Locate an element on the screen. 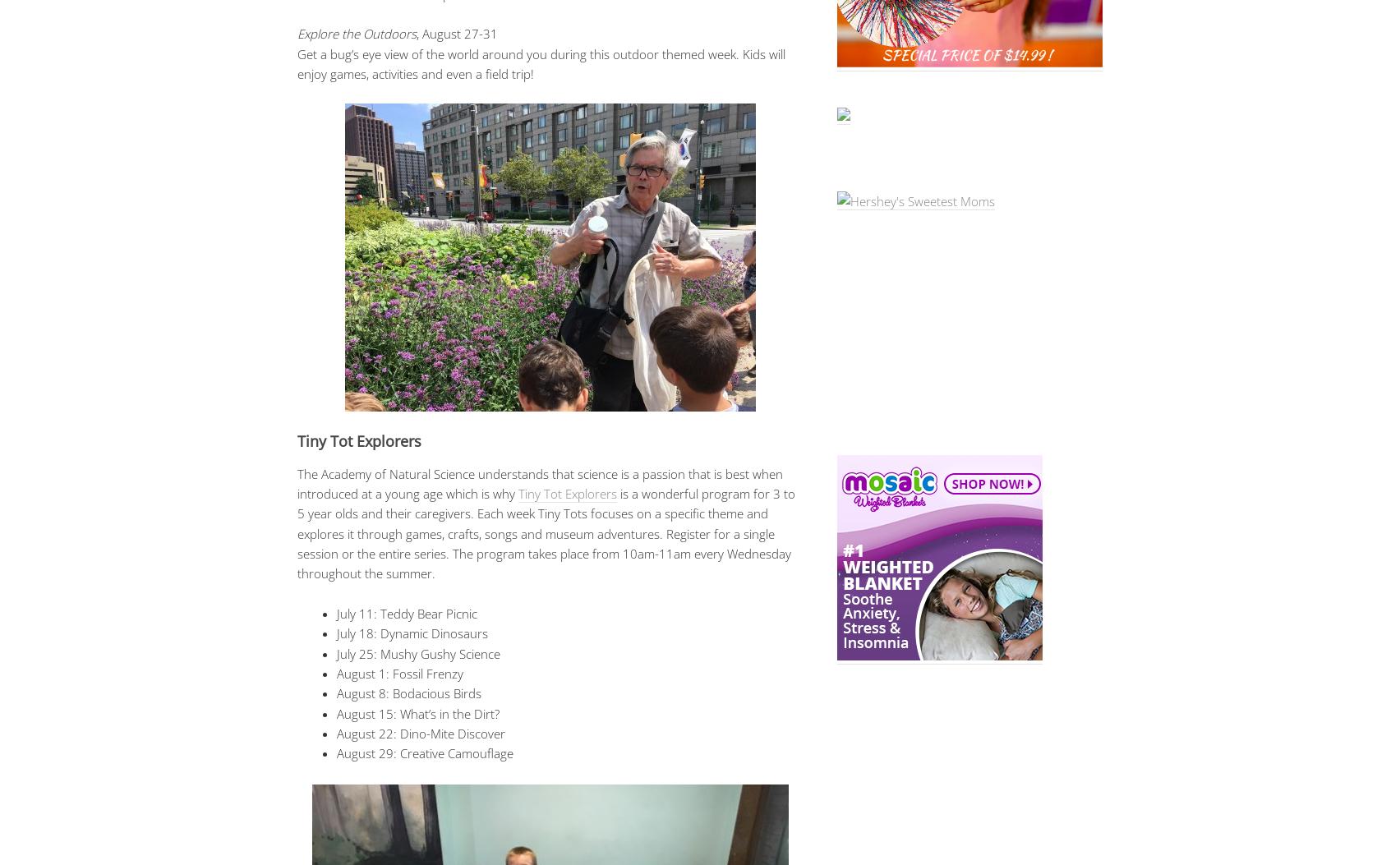 The image size is (1400, 865). 'August 22: Dino-Mite Discover' is located at coordinates (421, 734).